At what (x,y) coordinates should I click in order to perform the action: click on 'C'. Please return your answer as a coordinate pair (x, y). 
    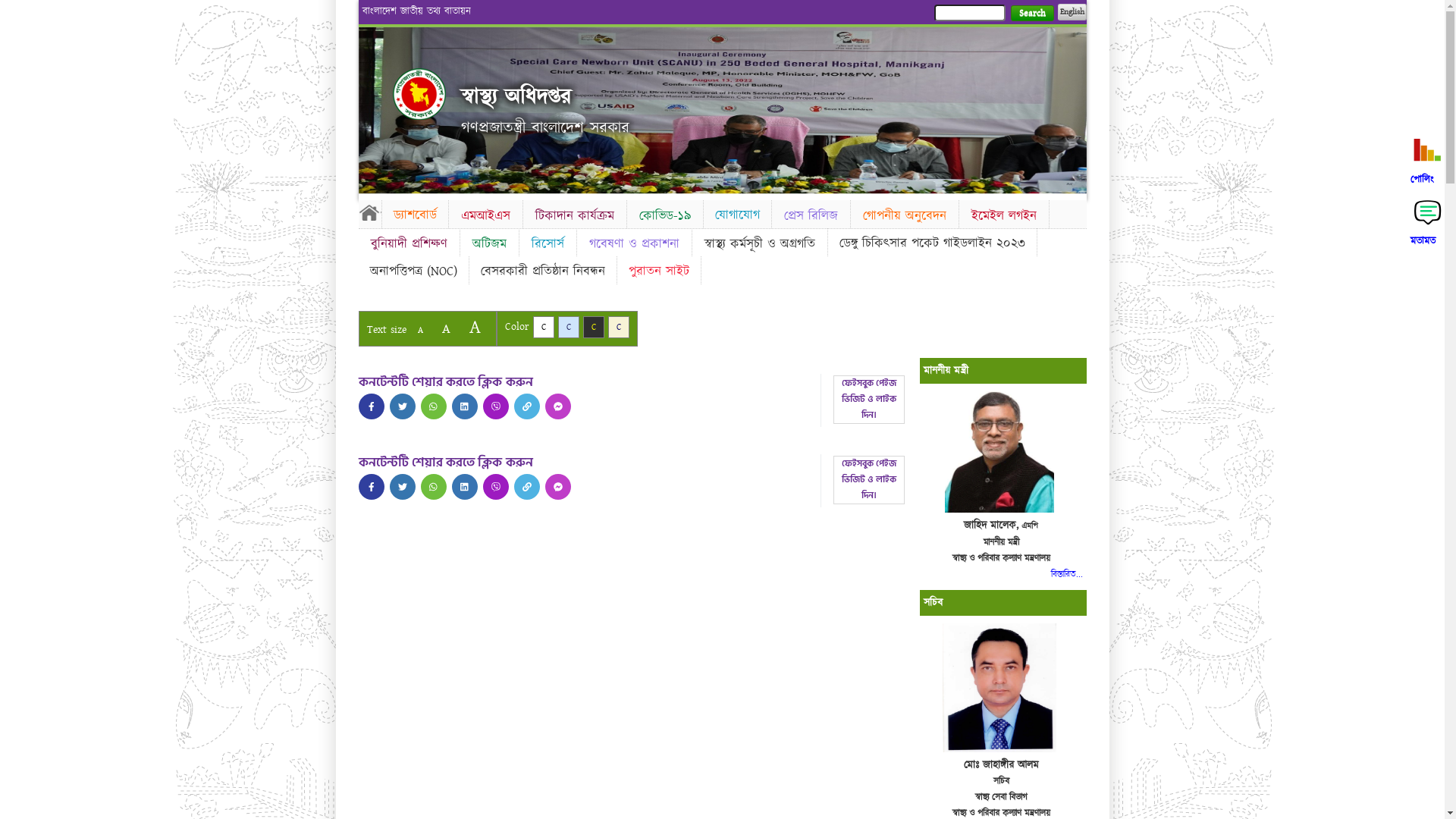
    Looking at the image, I should click on (592, 326).